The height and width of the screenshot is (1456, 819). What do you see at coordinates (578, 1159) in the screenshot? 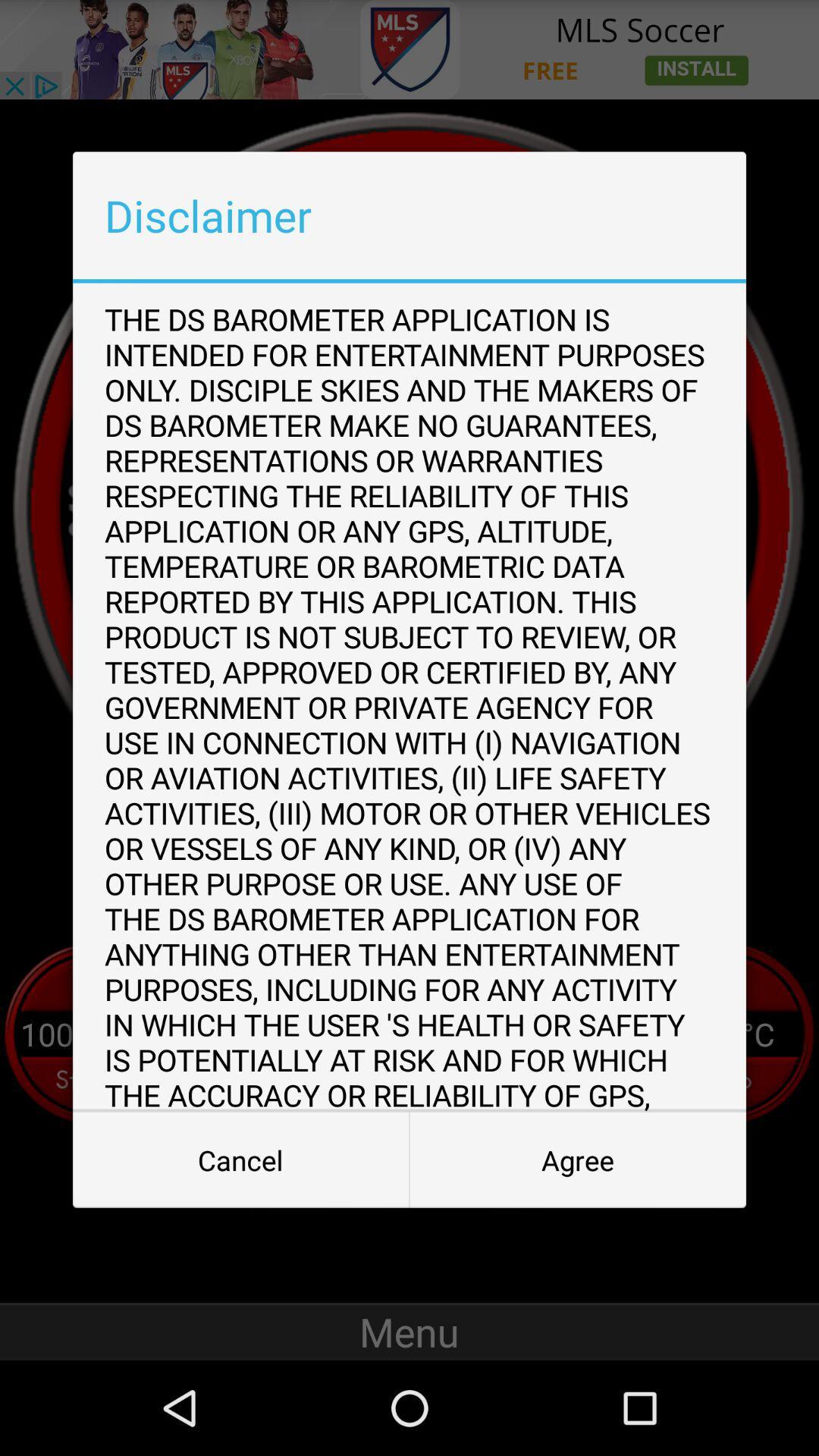
I see `the app below the the ds barometer` at bounding box center [578, 1159].